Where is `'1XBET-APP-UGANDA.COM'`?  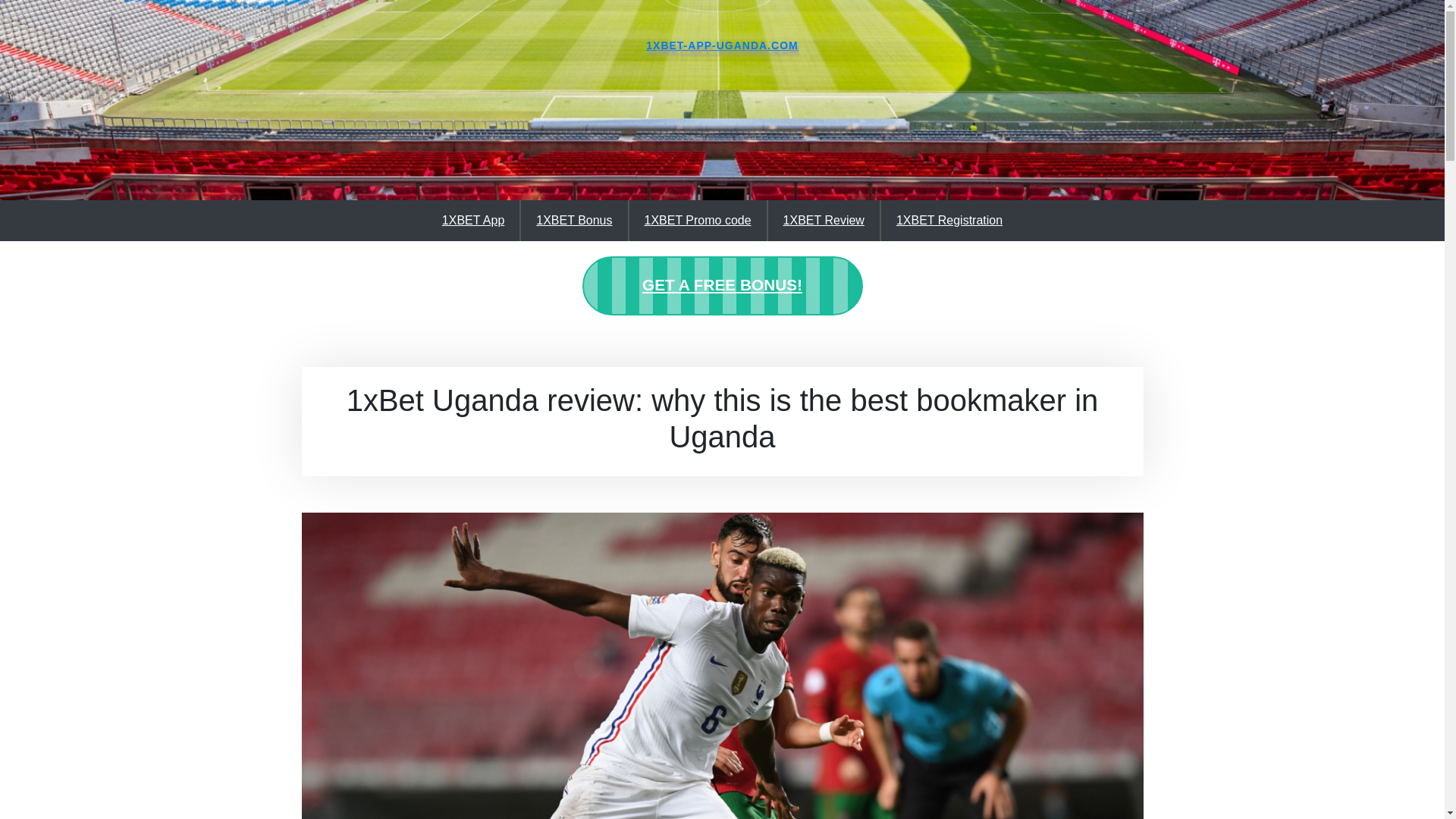 '1XBET-APP-UGANDA.COM' is located at coordinates (645, 45).